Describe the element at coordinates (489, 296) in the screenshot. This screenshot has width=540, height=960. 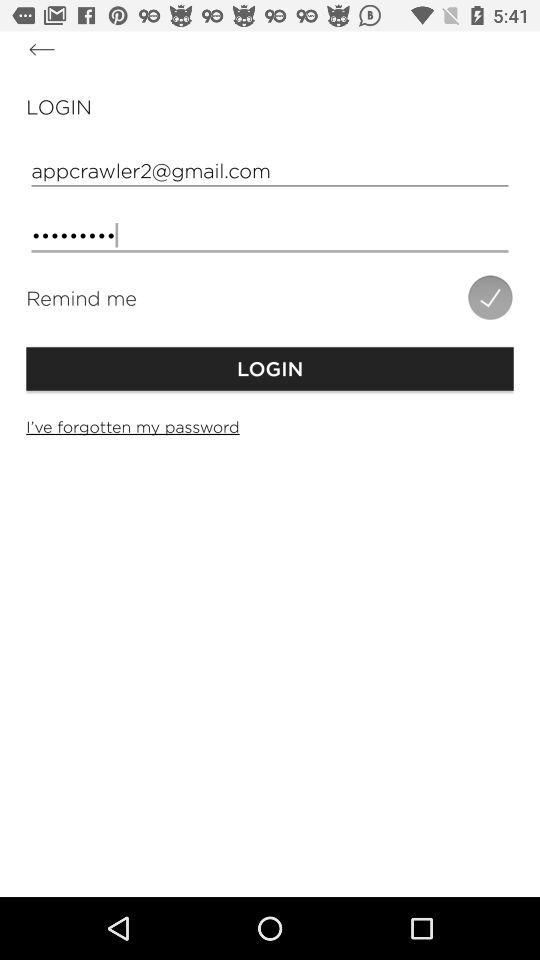
I see `the icon to the right of remind me item` at that location.